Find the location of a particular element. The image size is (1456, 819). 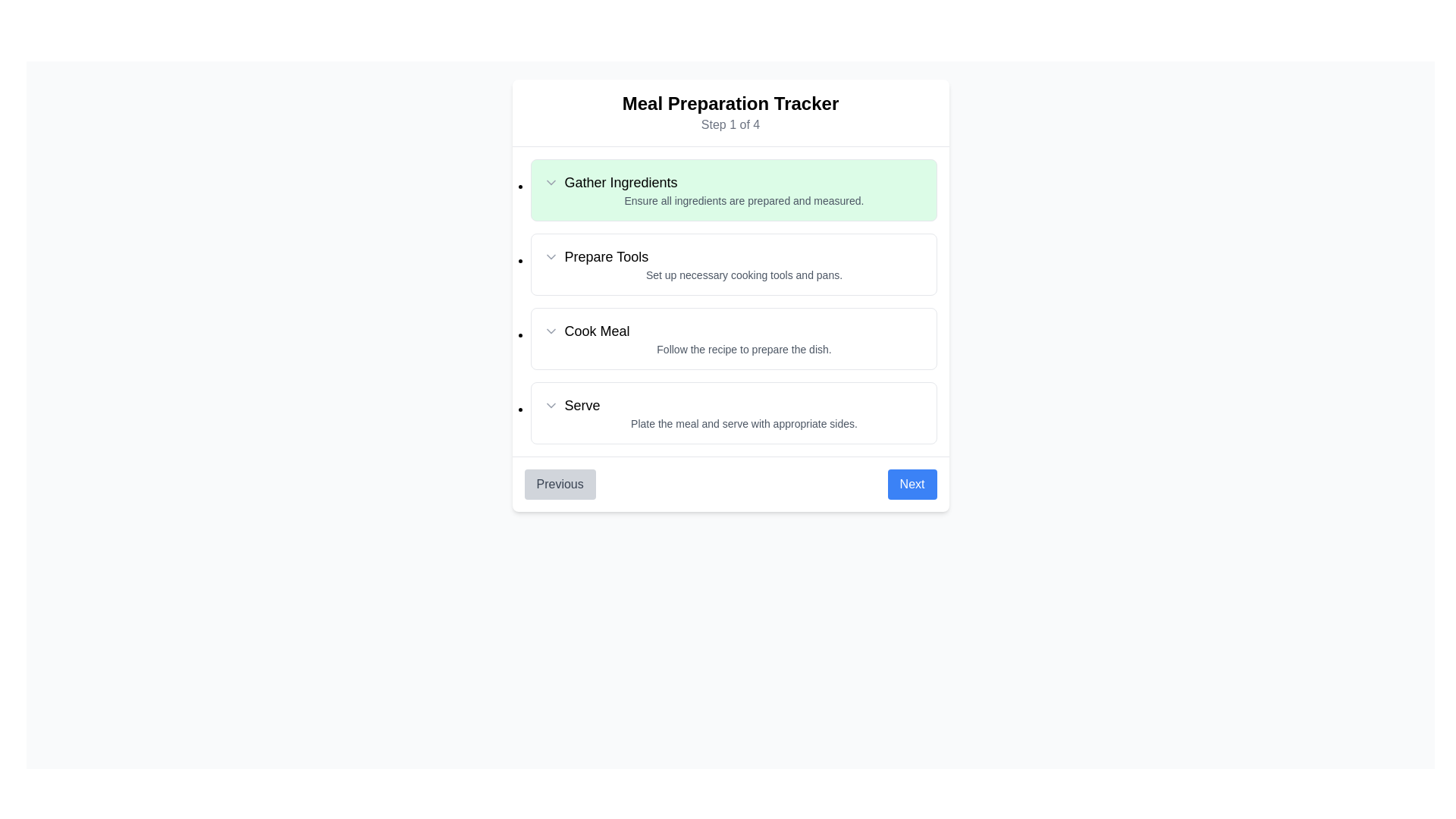

the downward arrow icon, which is a gray triangular shape located to the immediate left of the 'Serve' text in the last row of the step descriptions is located at coordinates (550, 405).